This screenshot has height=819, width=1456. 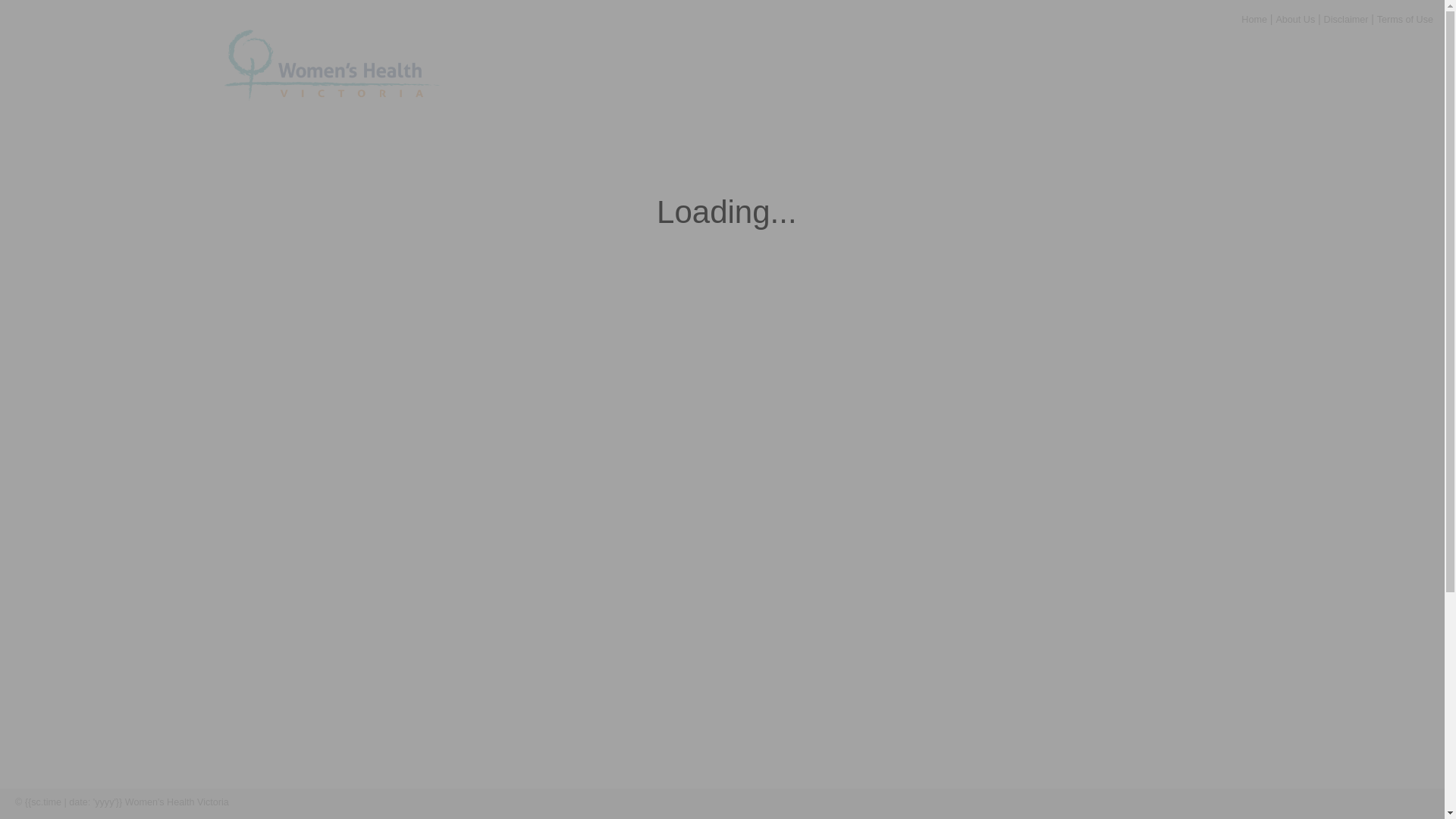 I want to click on 'Home', so click(x=1254, y=20).